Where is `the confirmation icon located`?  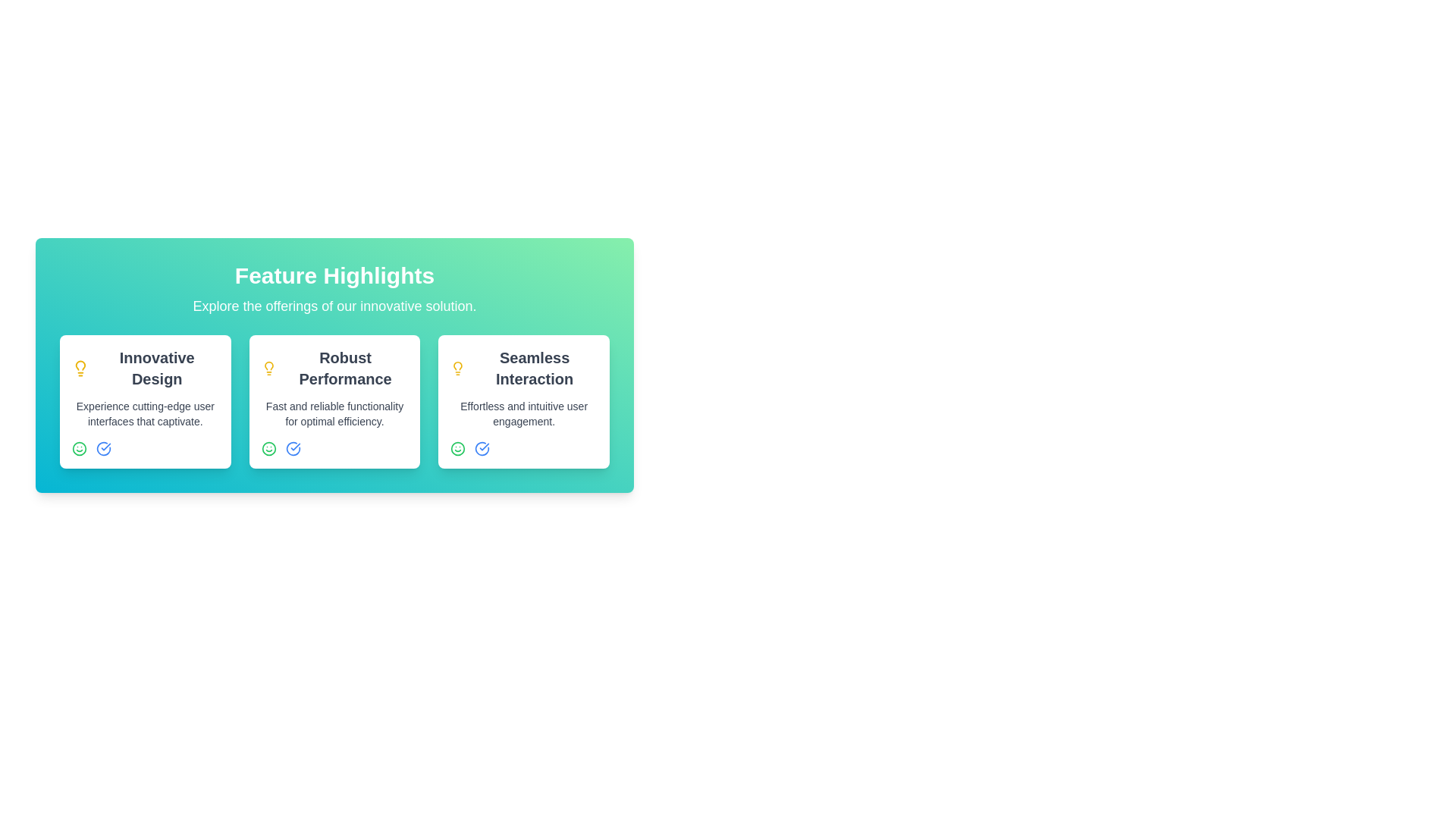 the confirmation icon located is located at coordinates (482, 447).